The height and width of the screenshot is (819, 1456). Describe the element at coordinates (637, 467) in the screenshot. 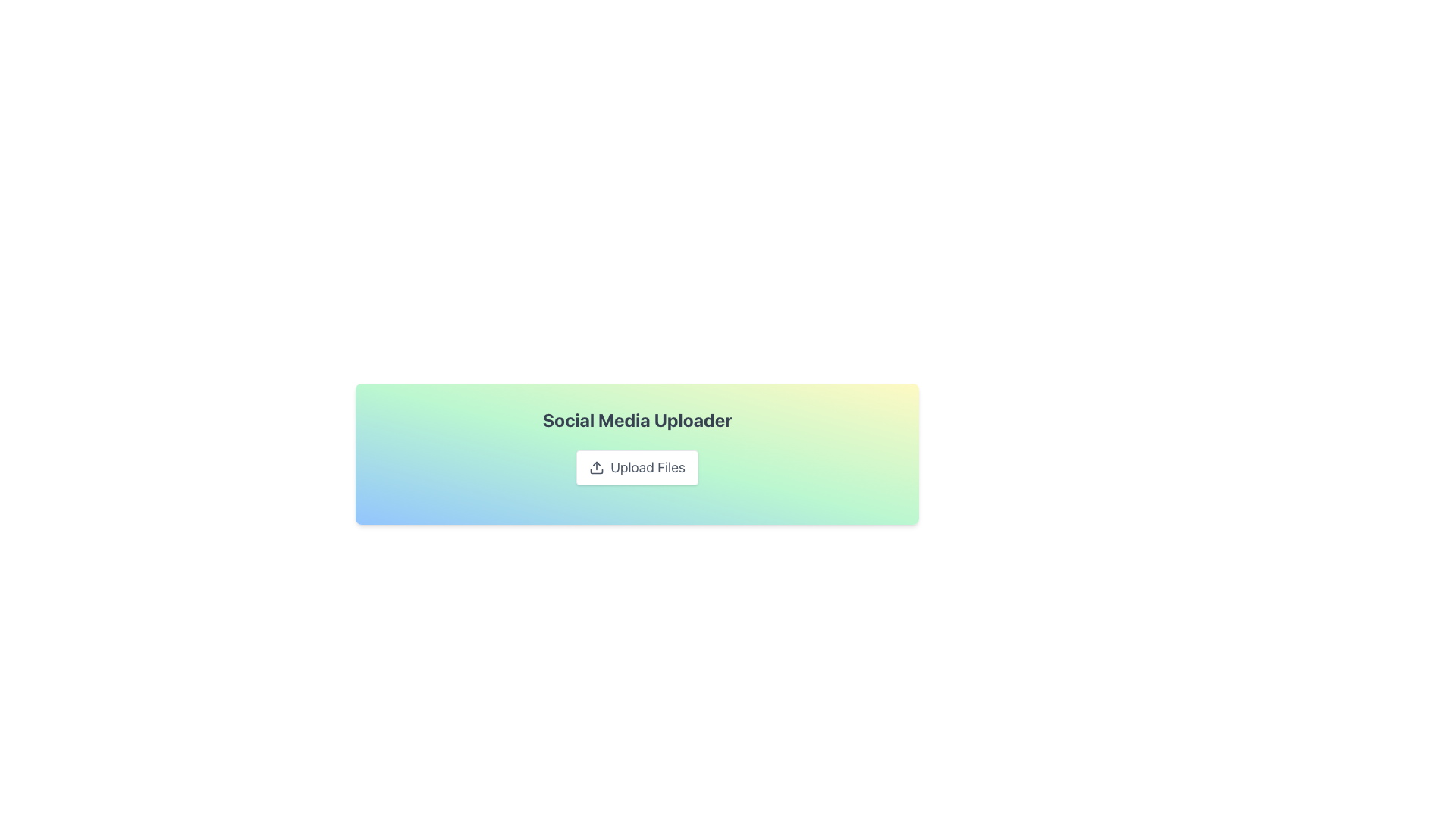

I see `the 'Upload Files' button, which features an upward arrow icon and is styled with a rounded shadowed white background` at that location.